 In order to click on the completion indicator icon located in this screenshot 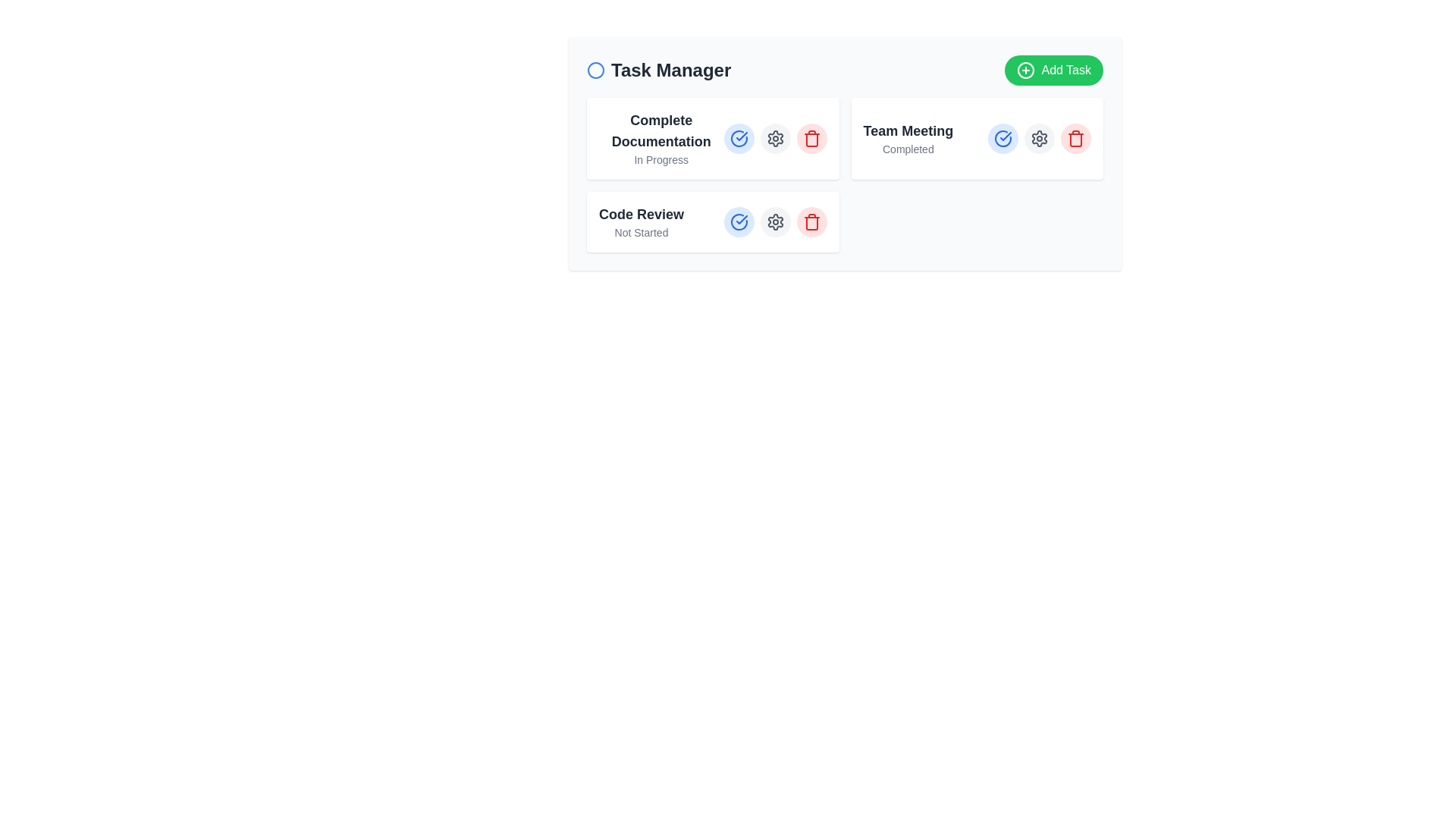, I will do `click(1003, 138)`.